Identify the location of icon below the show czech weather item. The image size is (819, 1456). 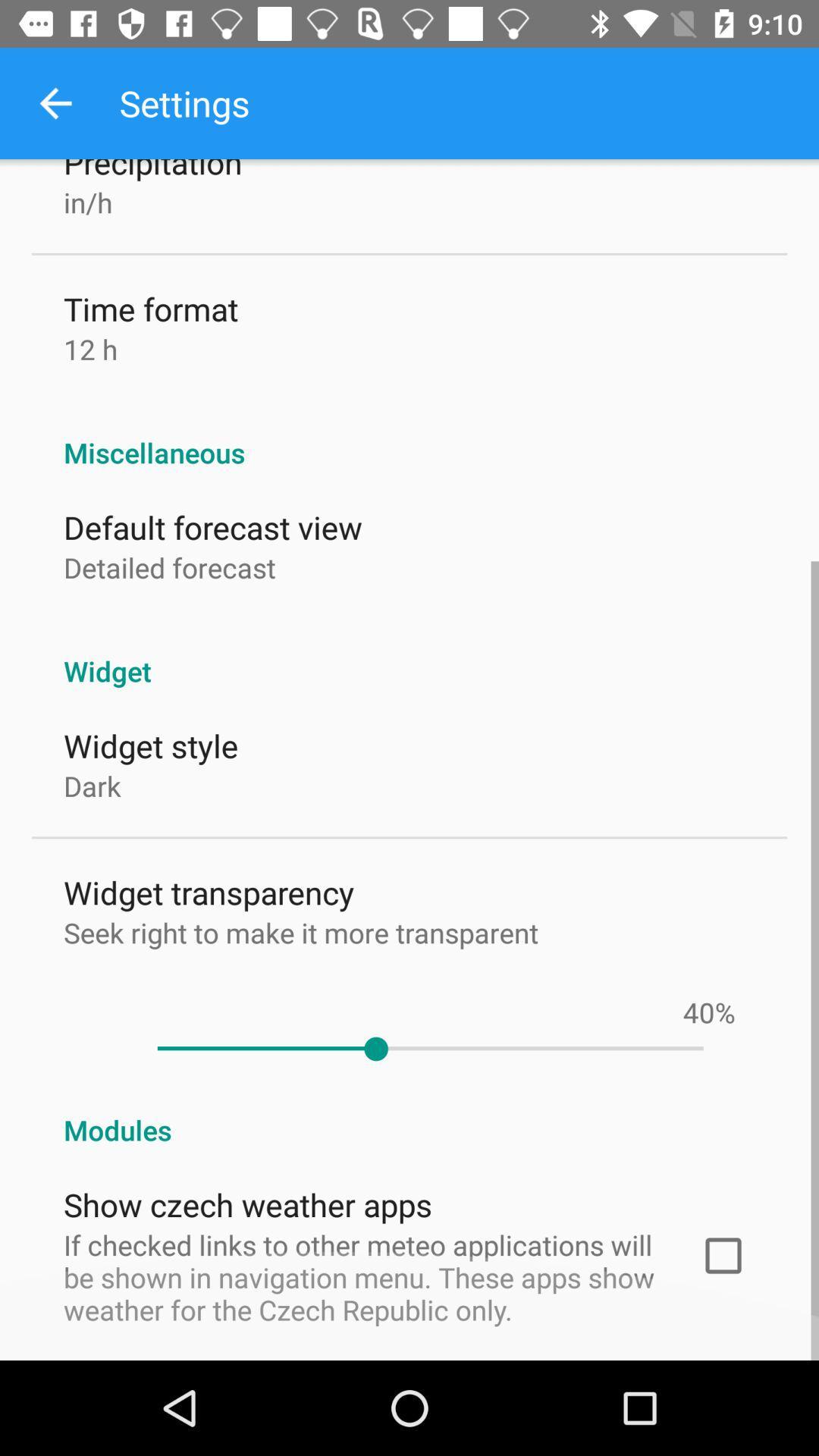
(362, 1276).